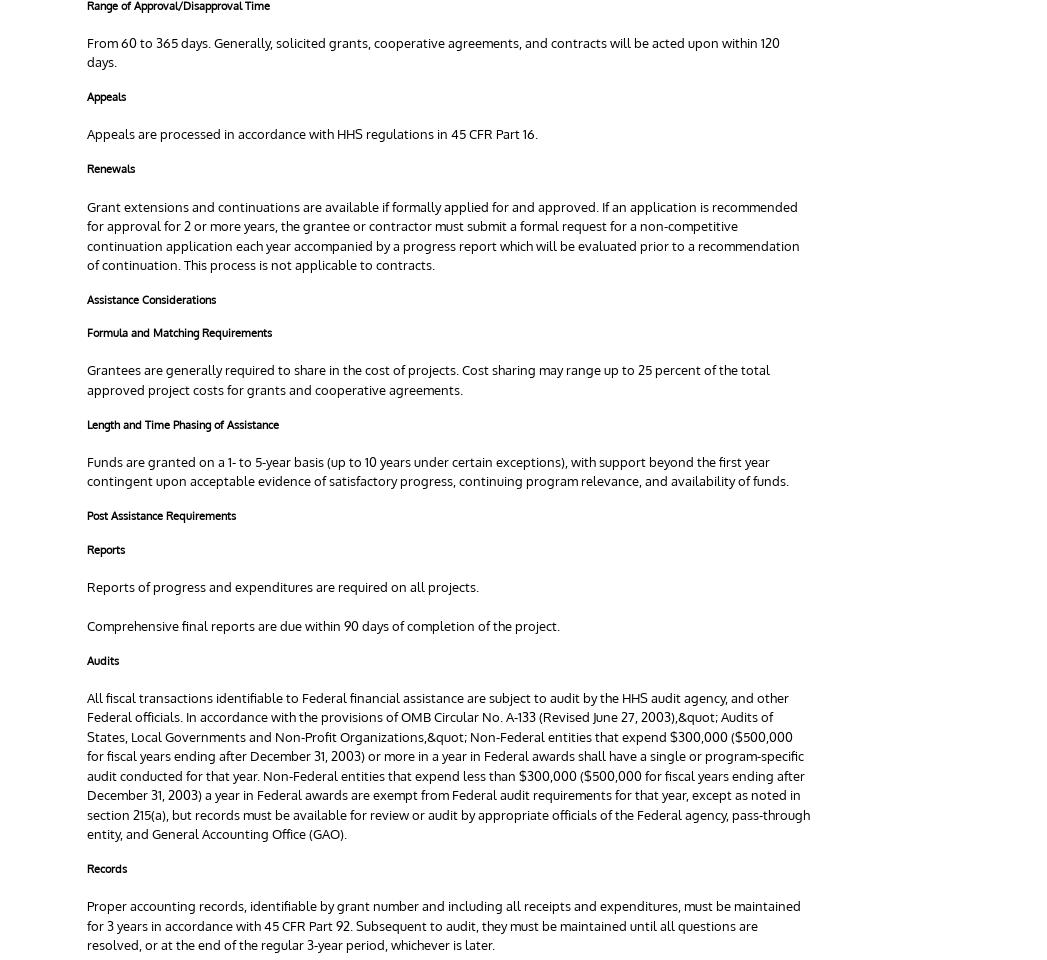 The image size is (1047, 960). Describe the element at coordinates (87, 659) in the screenshot. I see `'Audits'` at that location.